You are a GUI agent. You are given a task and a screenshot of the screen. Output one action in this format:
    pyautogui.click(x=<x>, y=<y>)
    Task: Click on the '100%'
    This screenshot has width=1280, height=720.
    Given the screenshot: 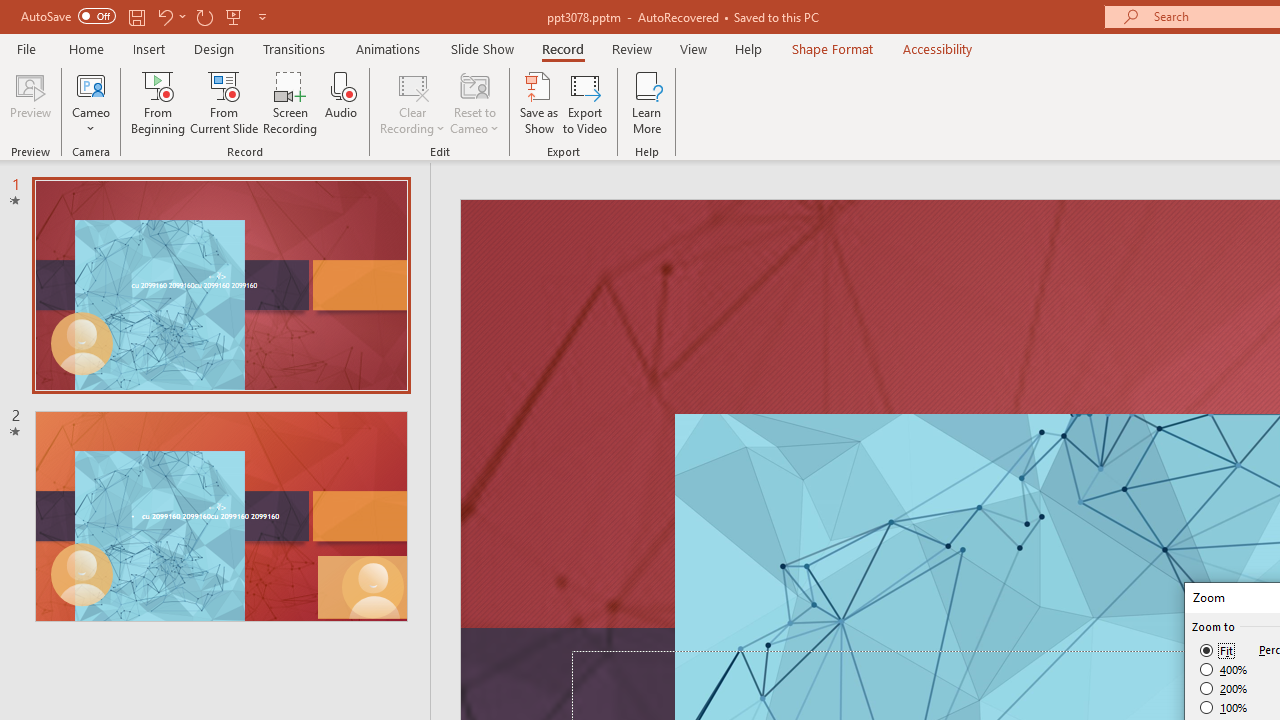 What is the action you would take?
    pyautogui.click(x=1223, y=706)
    